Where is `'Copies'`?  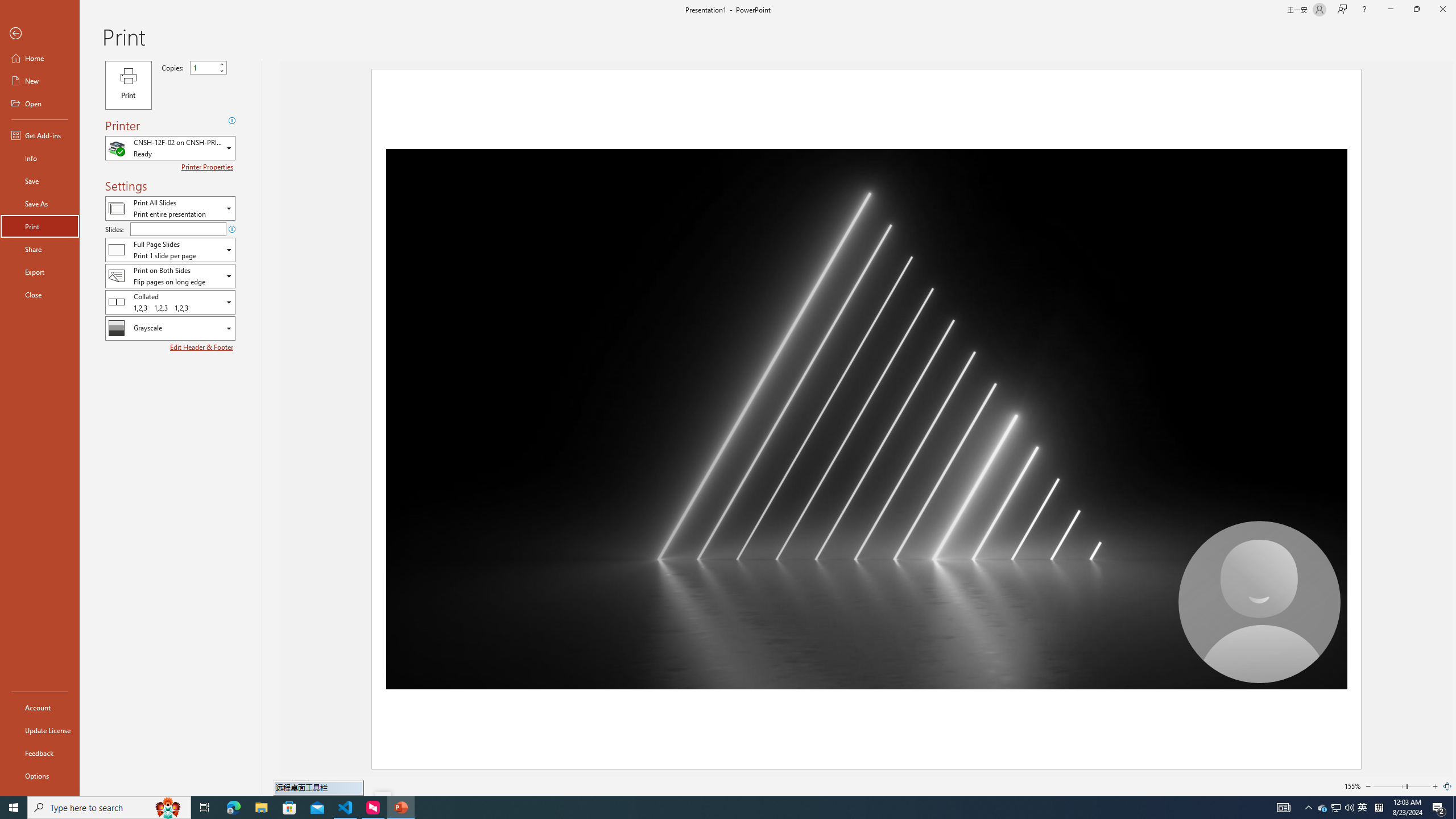 'Copies' is located at coordinates (208, 67).